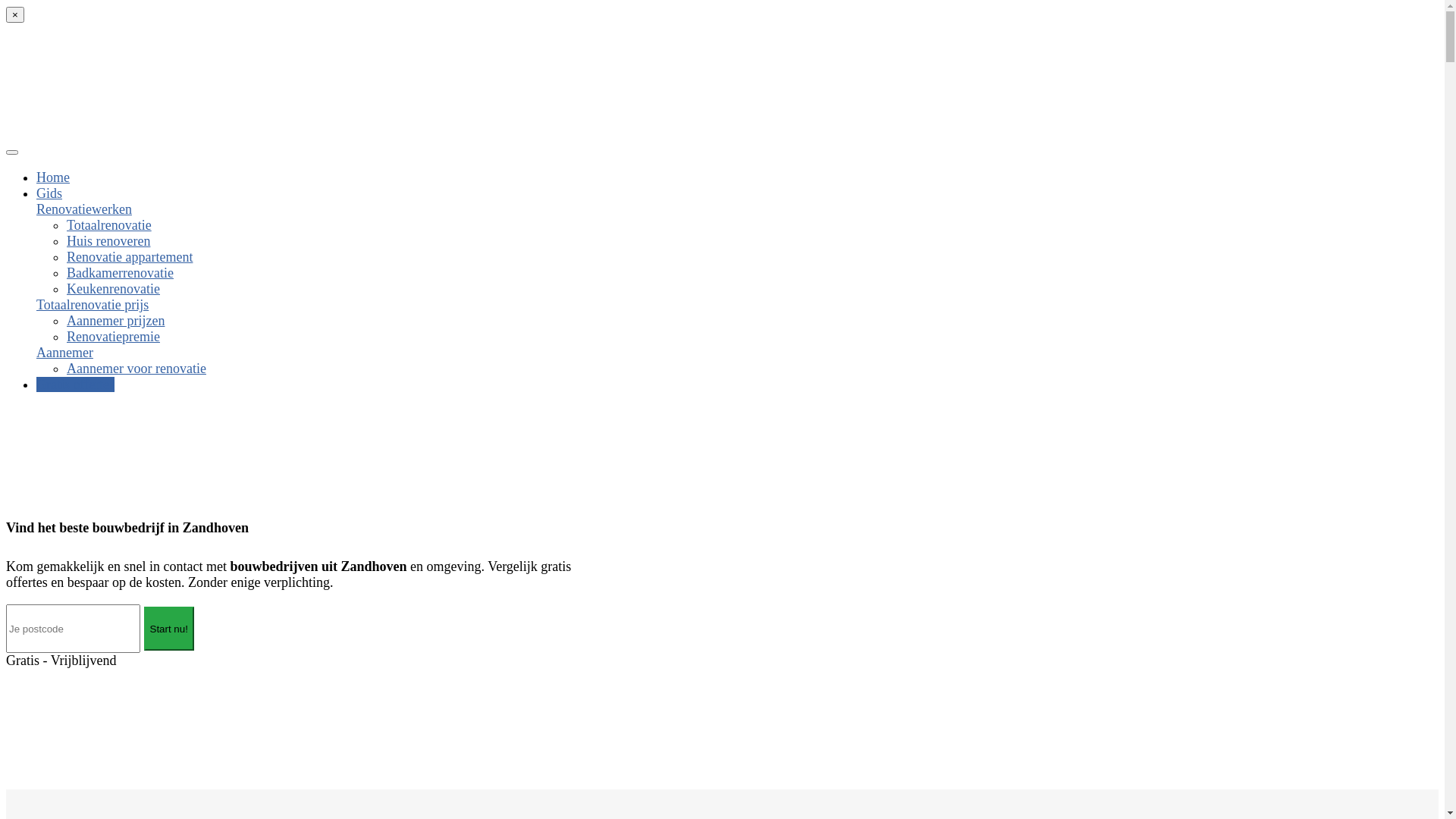  What do you see at coordinates (64, 353) in the screenshot?
I see `'Aannemer'` at bounding box center [64, 353].